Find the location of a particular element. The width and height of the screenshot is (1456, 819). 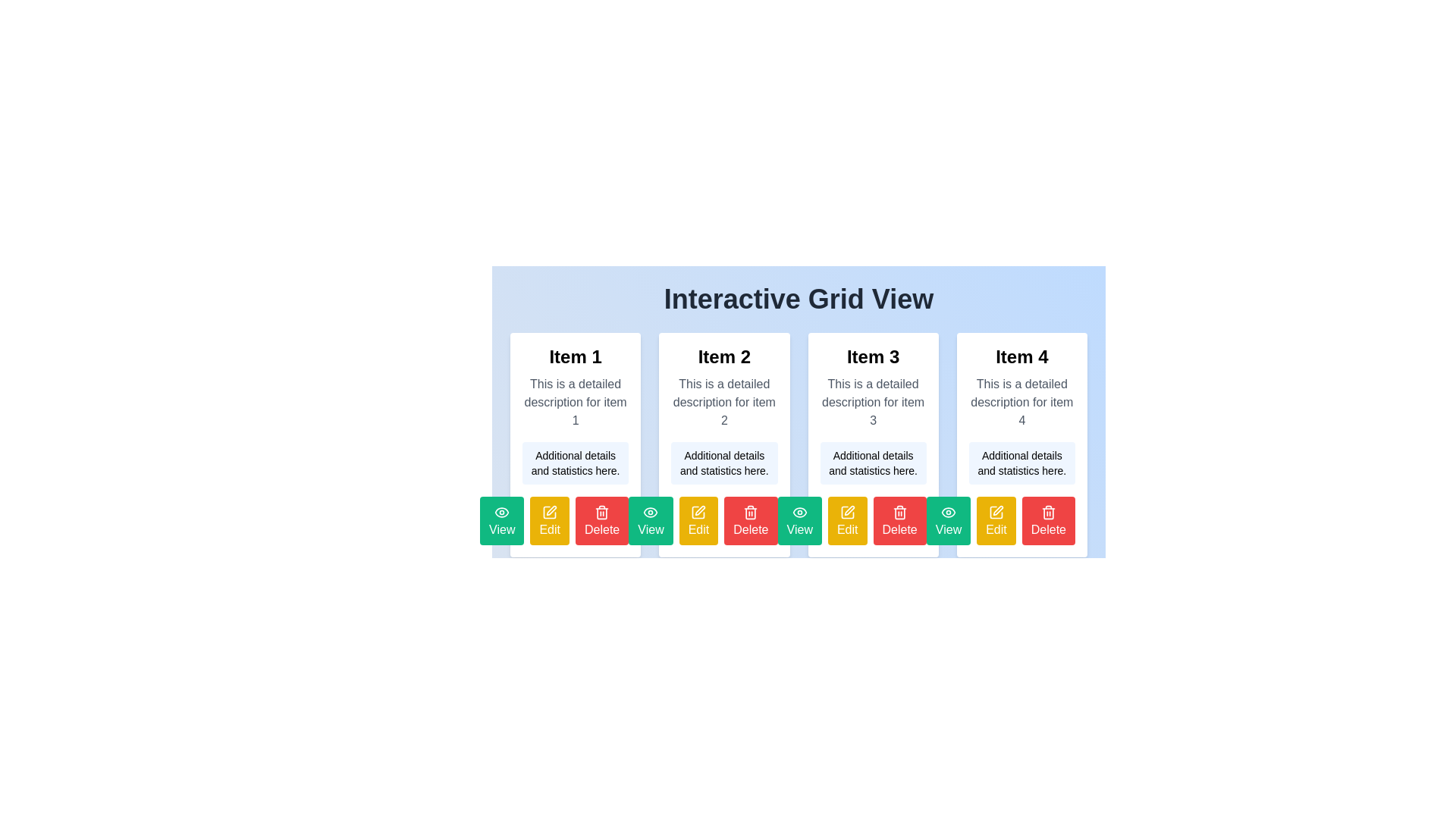

the Edit button located in the bottom row beneath the description block for 'Item 1' in the interactive grid view is located at coordinates (549, 519).